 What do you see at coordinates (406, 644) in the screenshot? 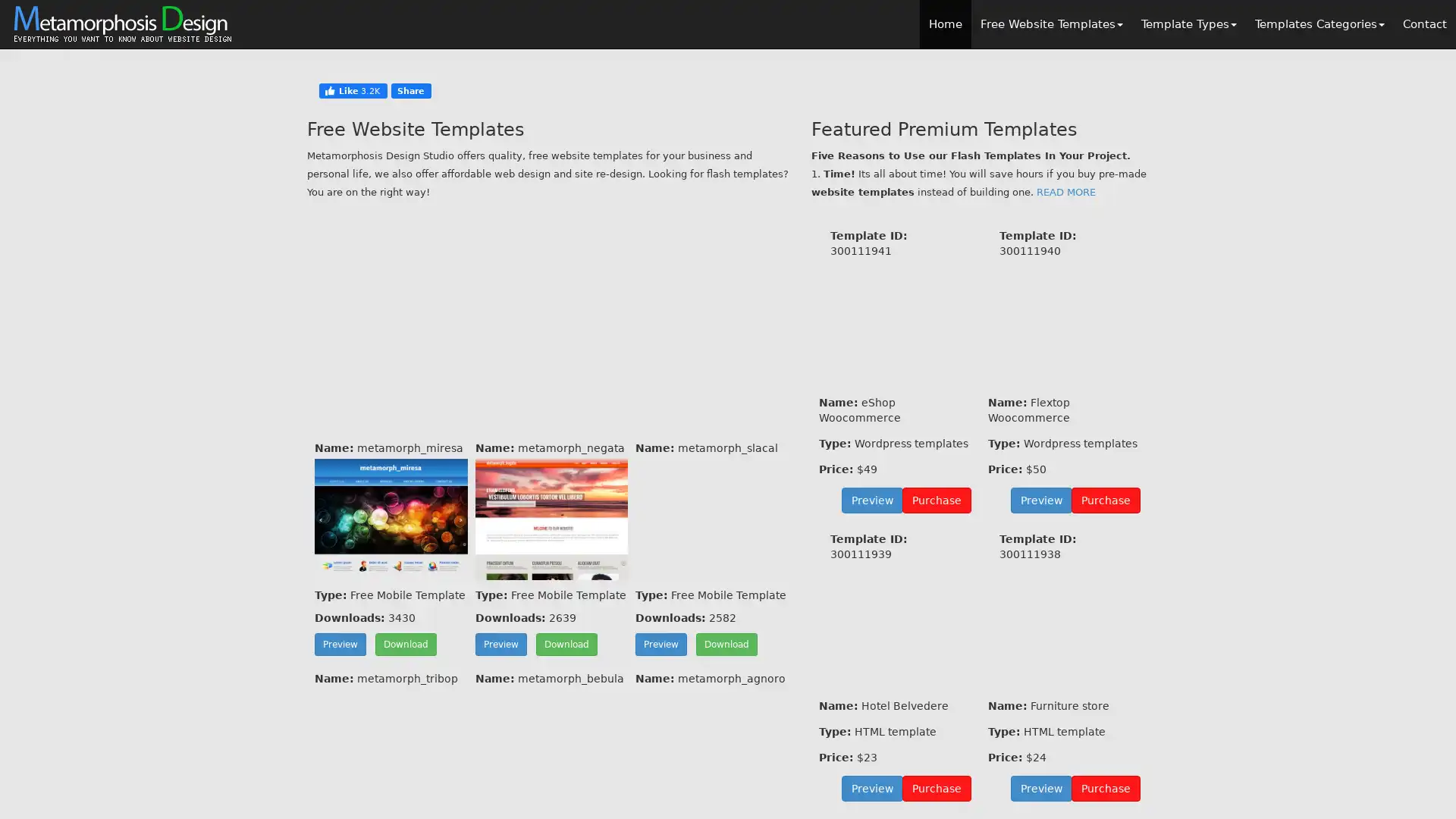
I see `Download` at bounding box center [406, 644].